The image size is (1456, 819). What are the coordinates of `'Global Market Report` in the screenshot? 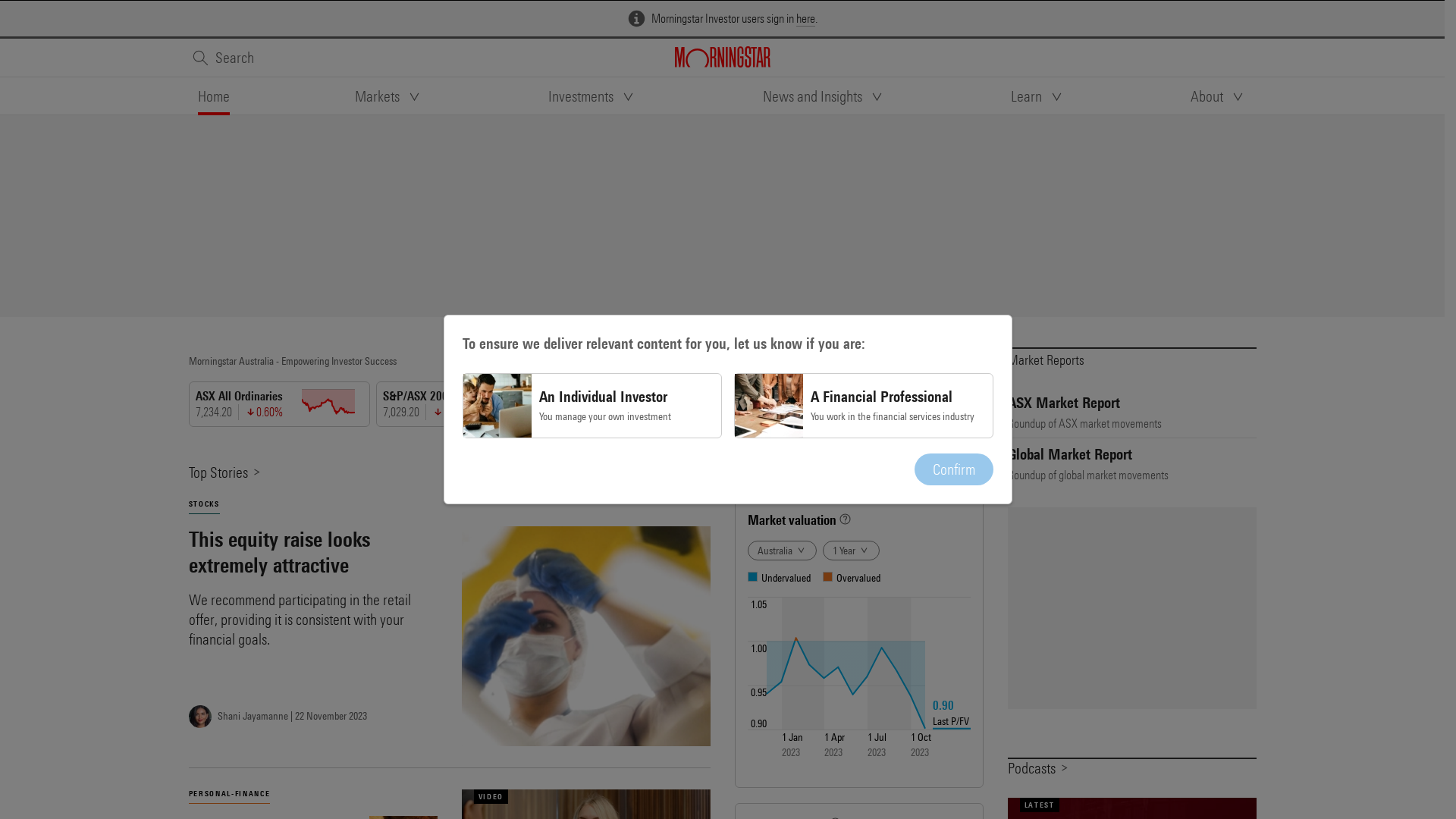 It's located at (1131, 463).